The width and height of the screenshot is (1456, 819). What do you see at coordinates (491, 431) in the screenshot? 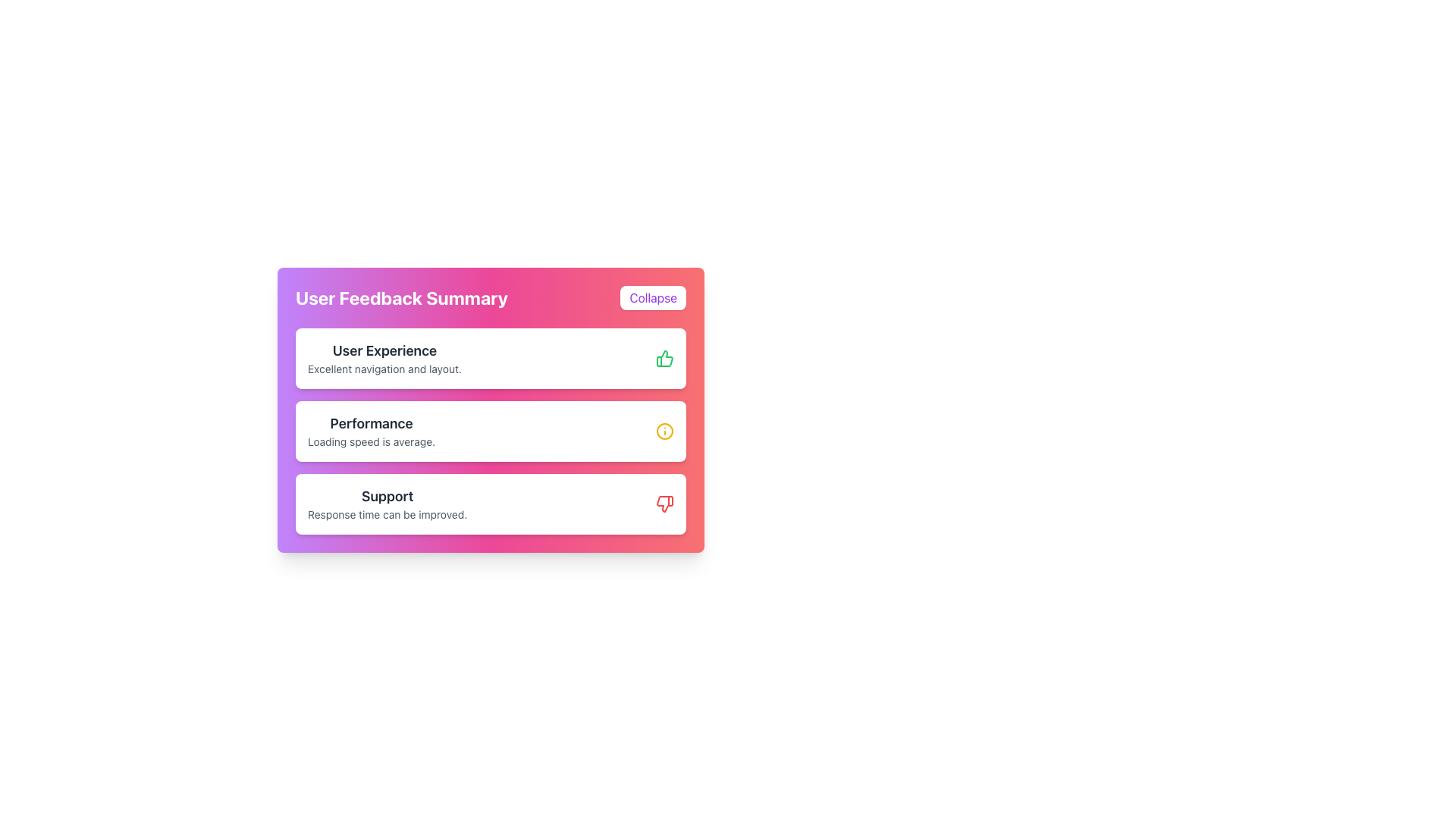
I see `details of the performance feedback displayed in the Feedback section card located between the 'User Experience' and 'Support' sections` at bounding box center [491, 431].